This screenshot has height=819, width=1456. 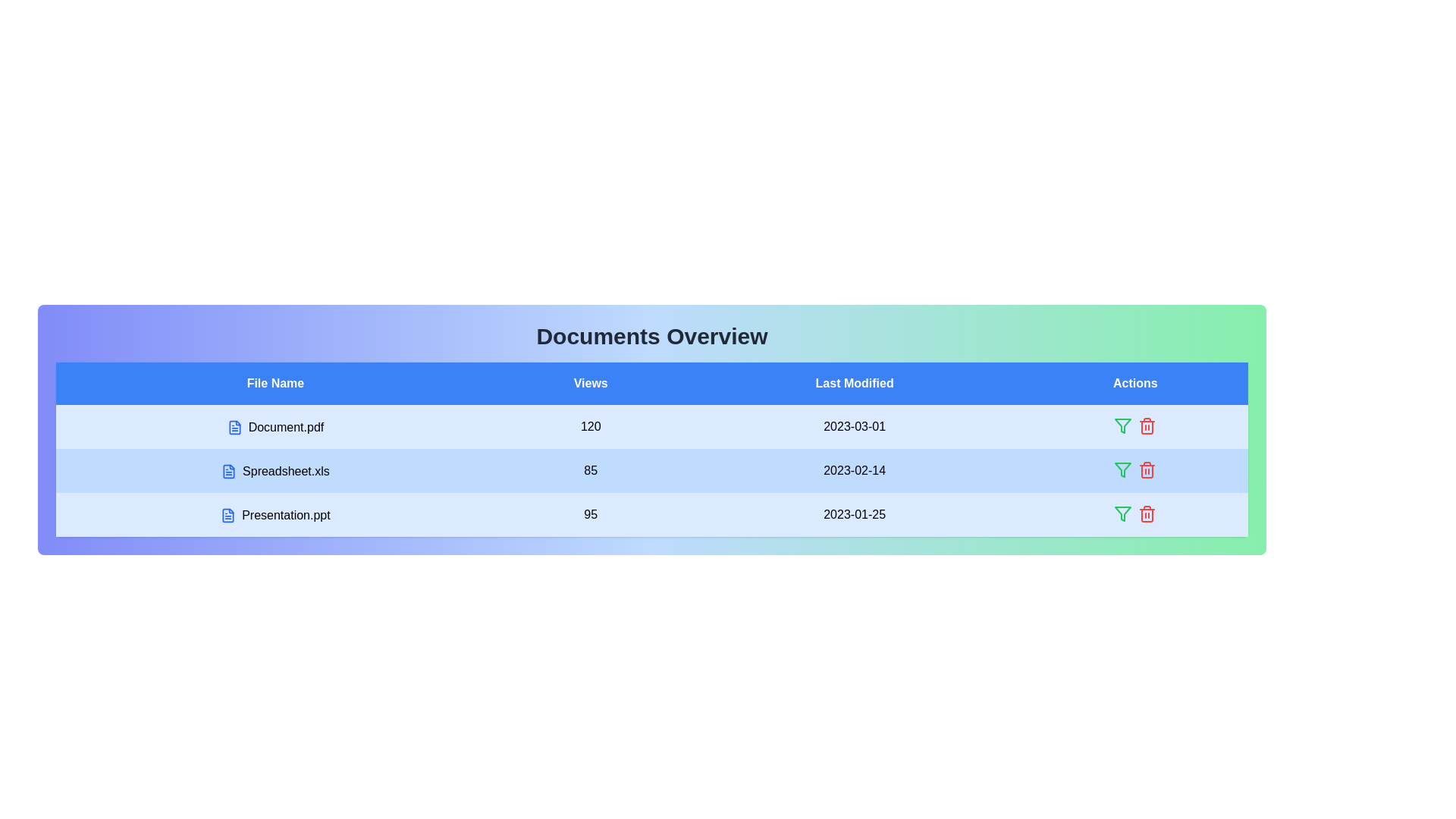 I want to click on the action icon in the 'Actions' column for the row corresponding to Document.pdf, so click(x=1123, y=426).